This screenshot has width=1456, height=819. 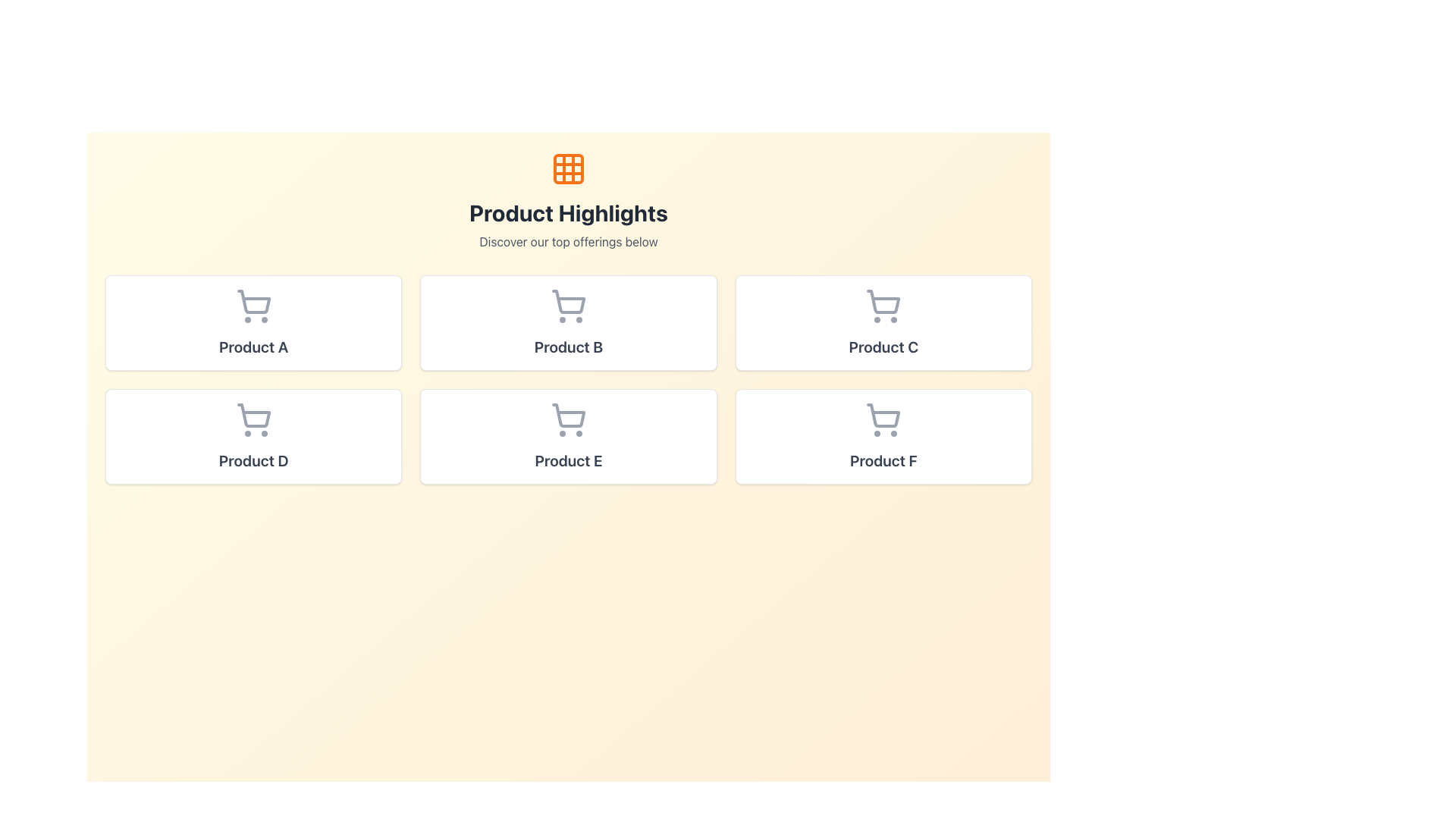 What do you see at coordinates (567, 169) in the screenshot?
I see `the icon located above the text 'Product Highlights' and 'Discover our top offerings below', which is centrally positioned in the highlighted section at the top of the interface` at bounding box center [567, 169].